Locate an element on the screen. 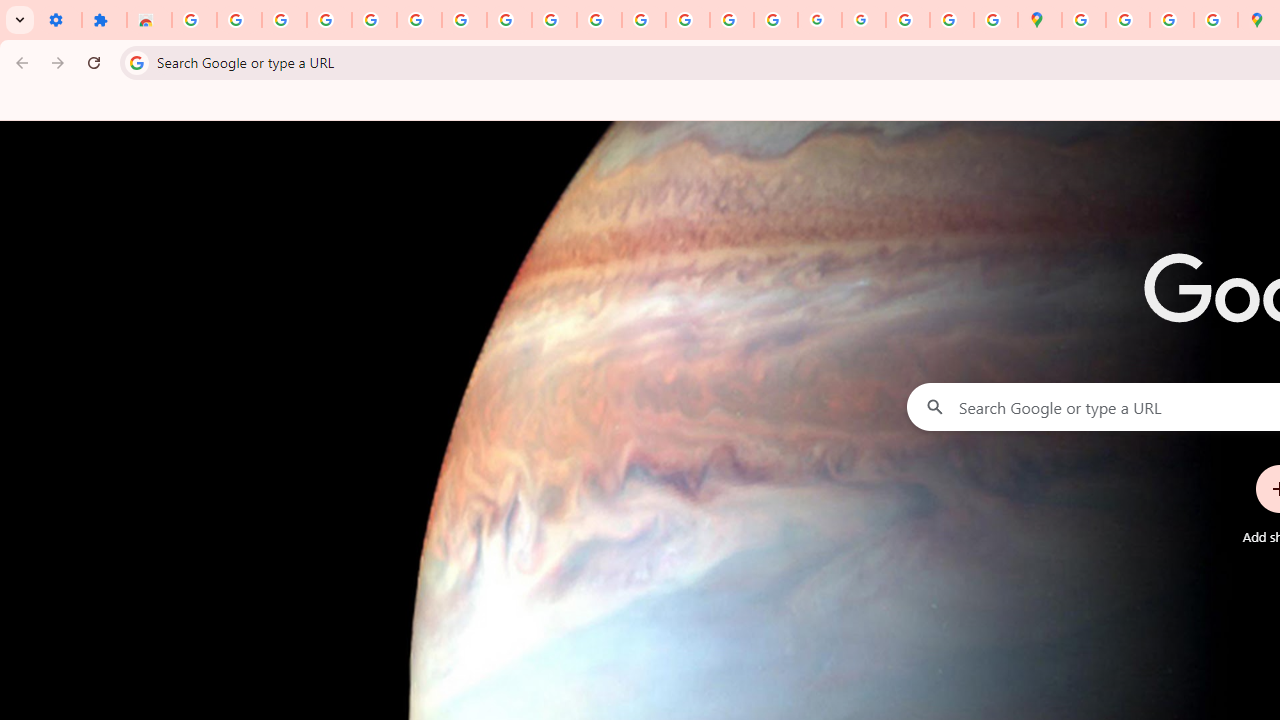 The image size is (1280, 720). 'YouTube' is located at coordinates (554, 20).